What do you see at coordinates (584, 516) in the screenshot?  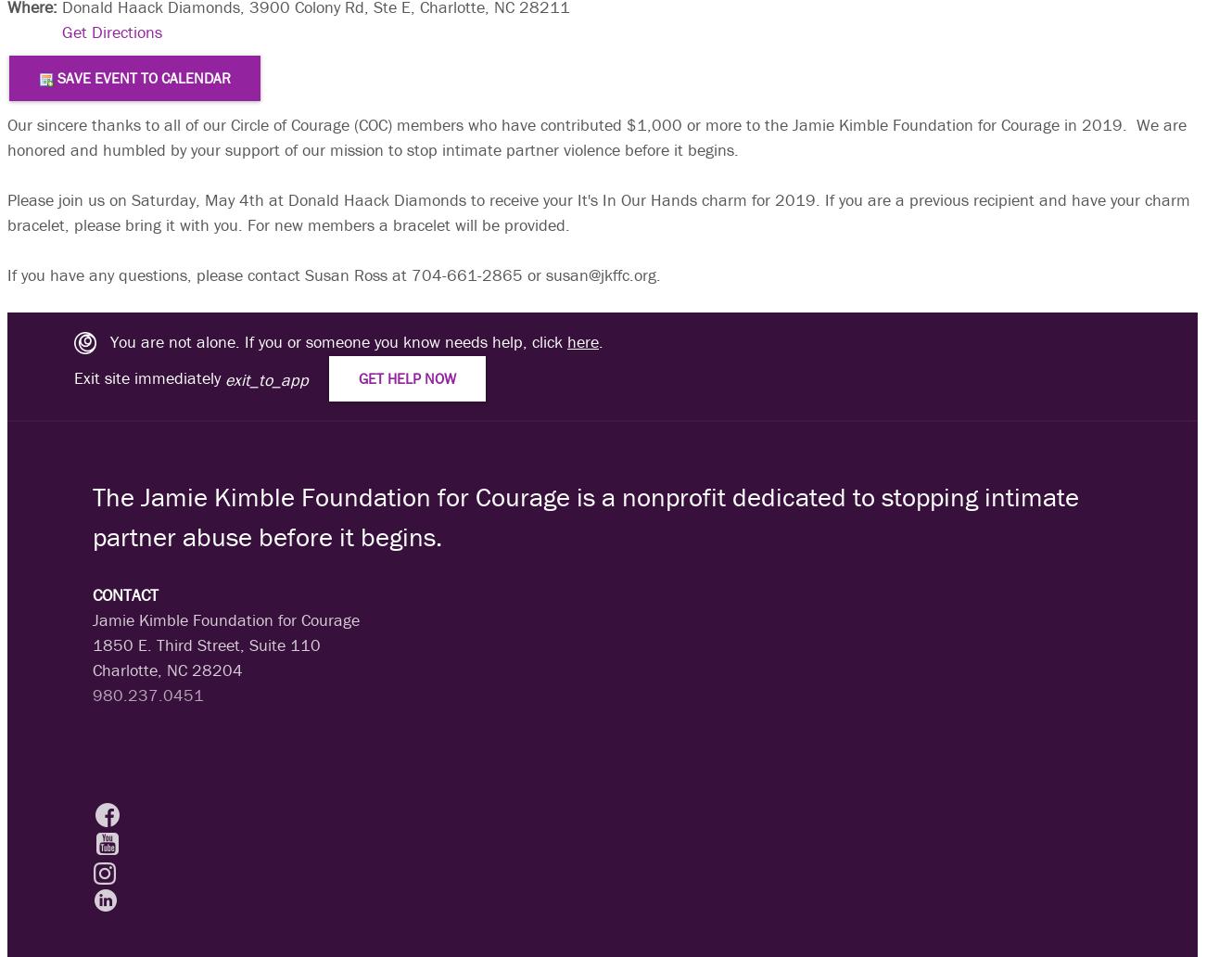 I see `'The Jamie Kimble Foundation for Courage is a nonprofit dedicated to stopping intimate partner abuse before it begins.'` at bounding box center [584, 516].